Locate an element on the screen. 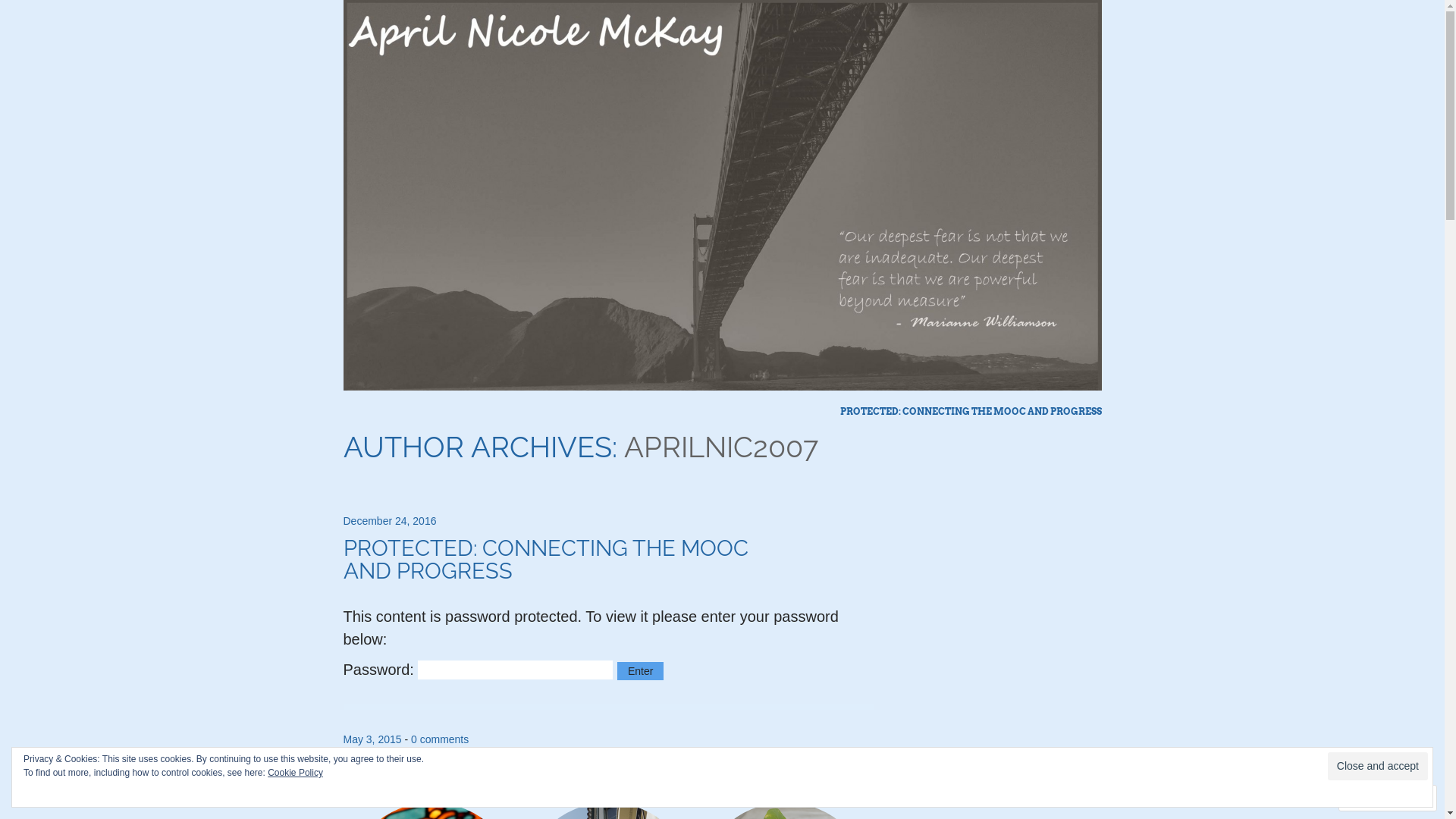  'Close and accept' is located at coordinates (1327, 766).